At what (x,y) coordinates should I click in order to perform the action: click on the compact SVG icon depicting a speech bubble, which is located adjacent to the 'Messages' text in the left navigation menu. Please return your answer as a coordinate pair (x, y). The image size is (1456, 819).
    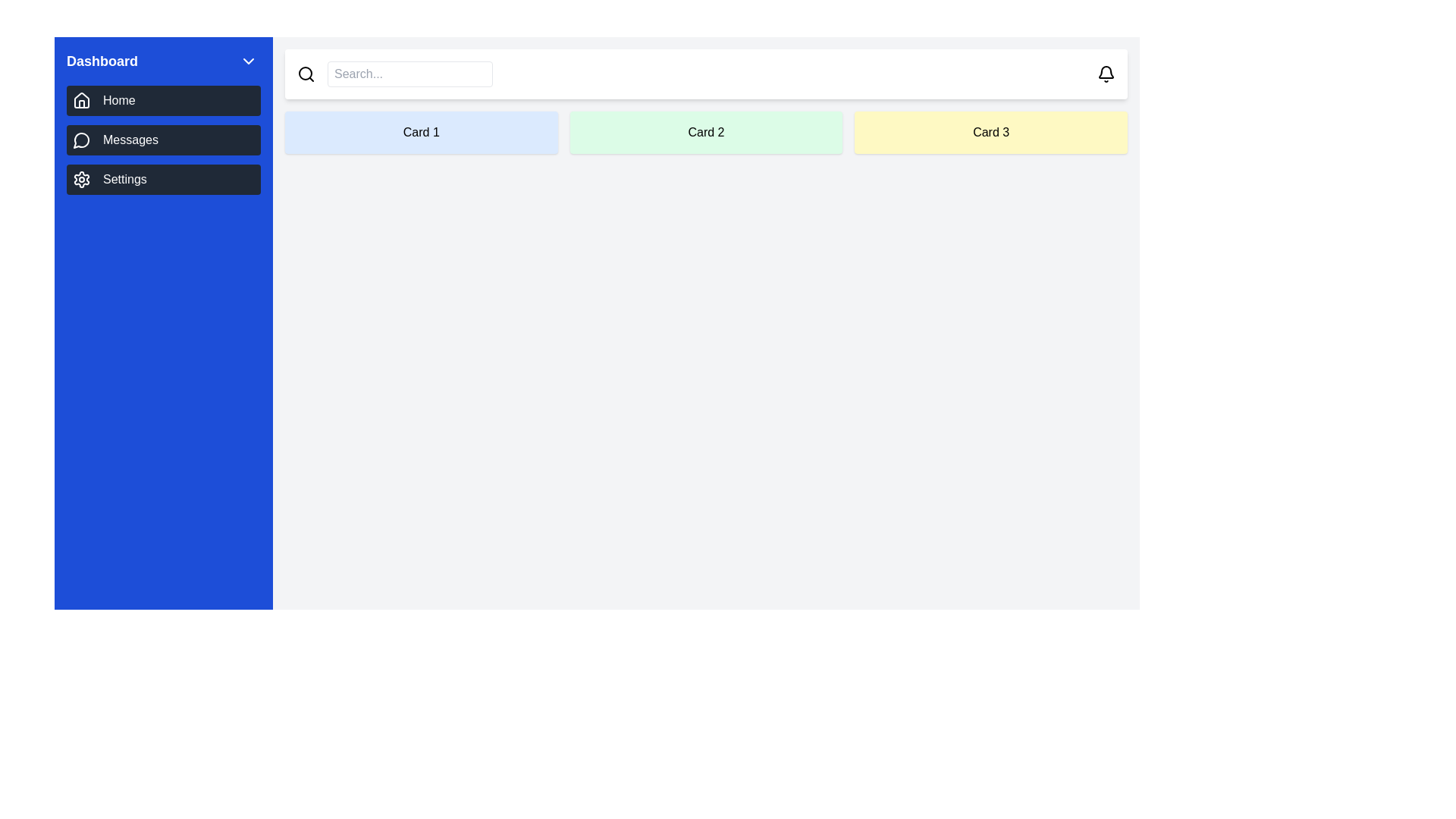
    Looking at the image, I should click on (81, 140).